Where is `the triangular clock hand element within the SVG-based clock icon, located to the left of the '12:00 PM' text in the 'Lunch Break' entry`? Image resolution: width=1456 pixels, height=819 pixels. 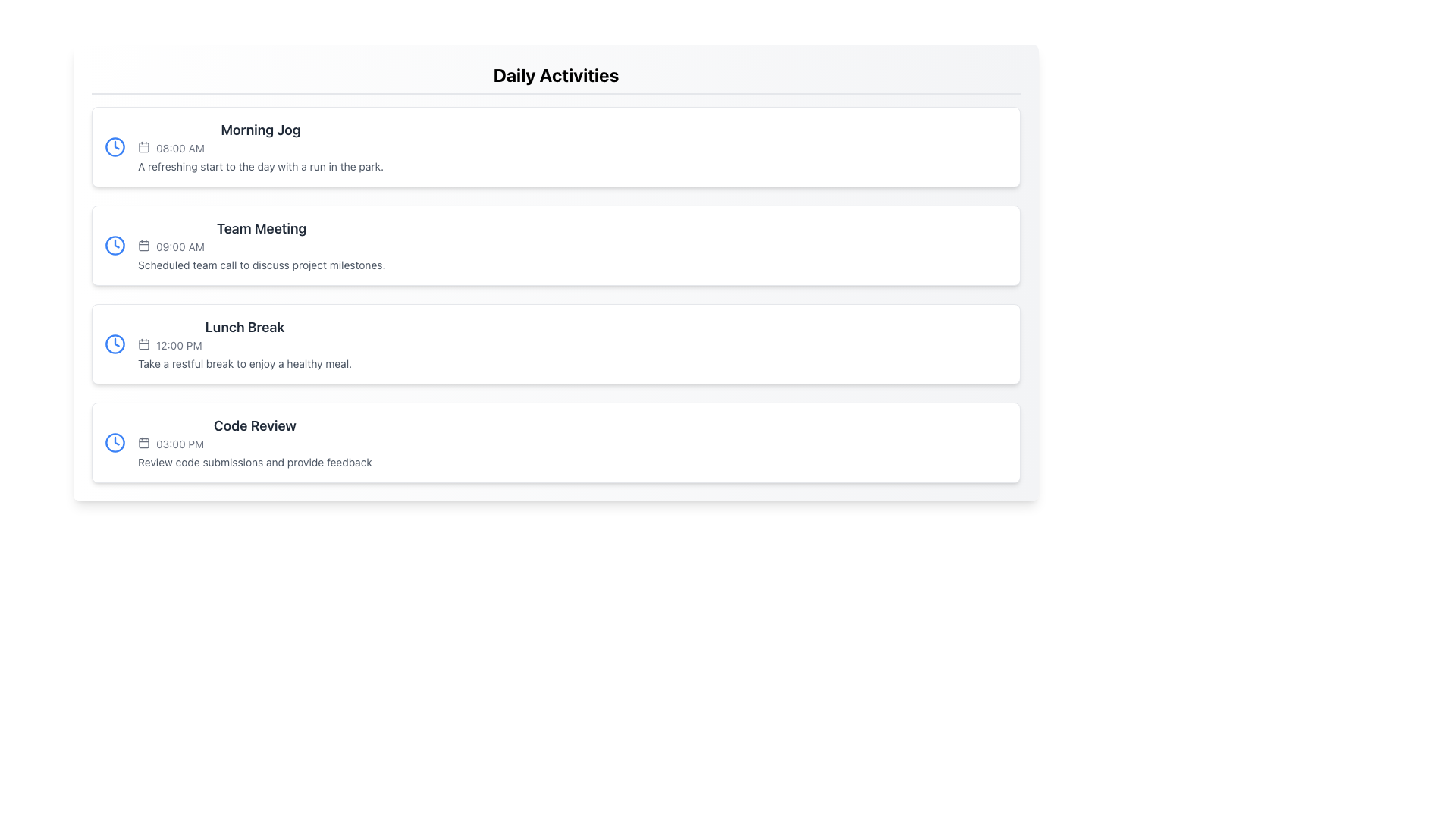
the triangular clock hand element within the SVG-based clock icon, located to the left of the '12:00 PM' text in the 'Lunch Break' entry is located at coordinates (116, 342).